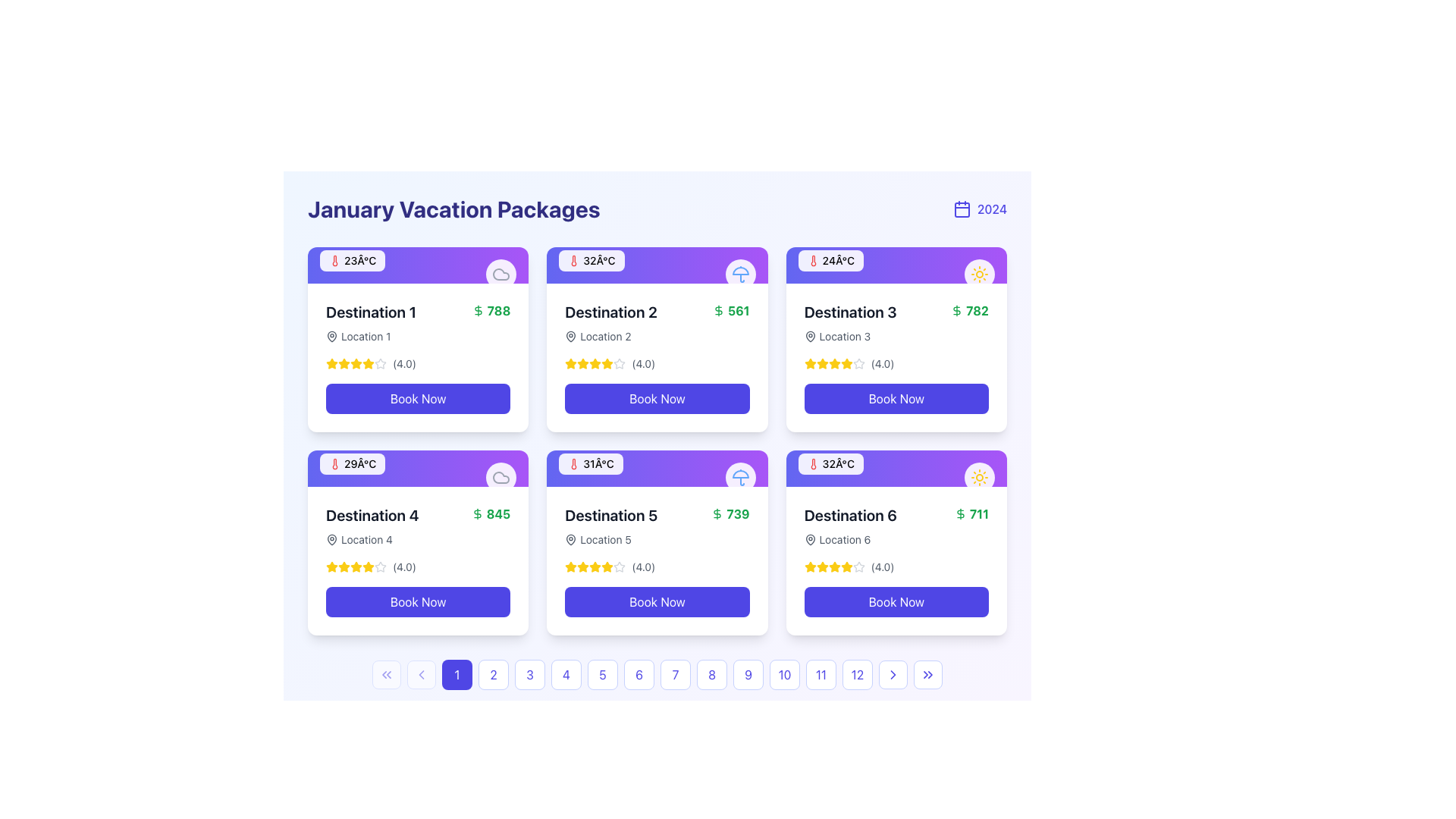 The height and width of the screenshot is (819, 1456). I want to click on the vibrant indigo 'Book Now' button located at the bottom of the 'Destination 2' card to initiate booking, so click(657, 397).